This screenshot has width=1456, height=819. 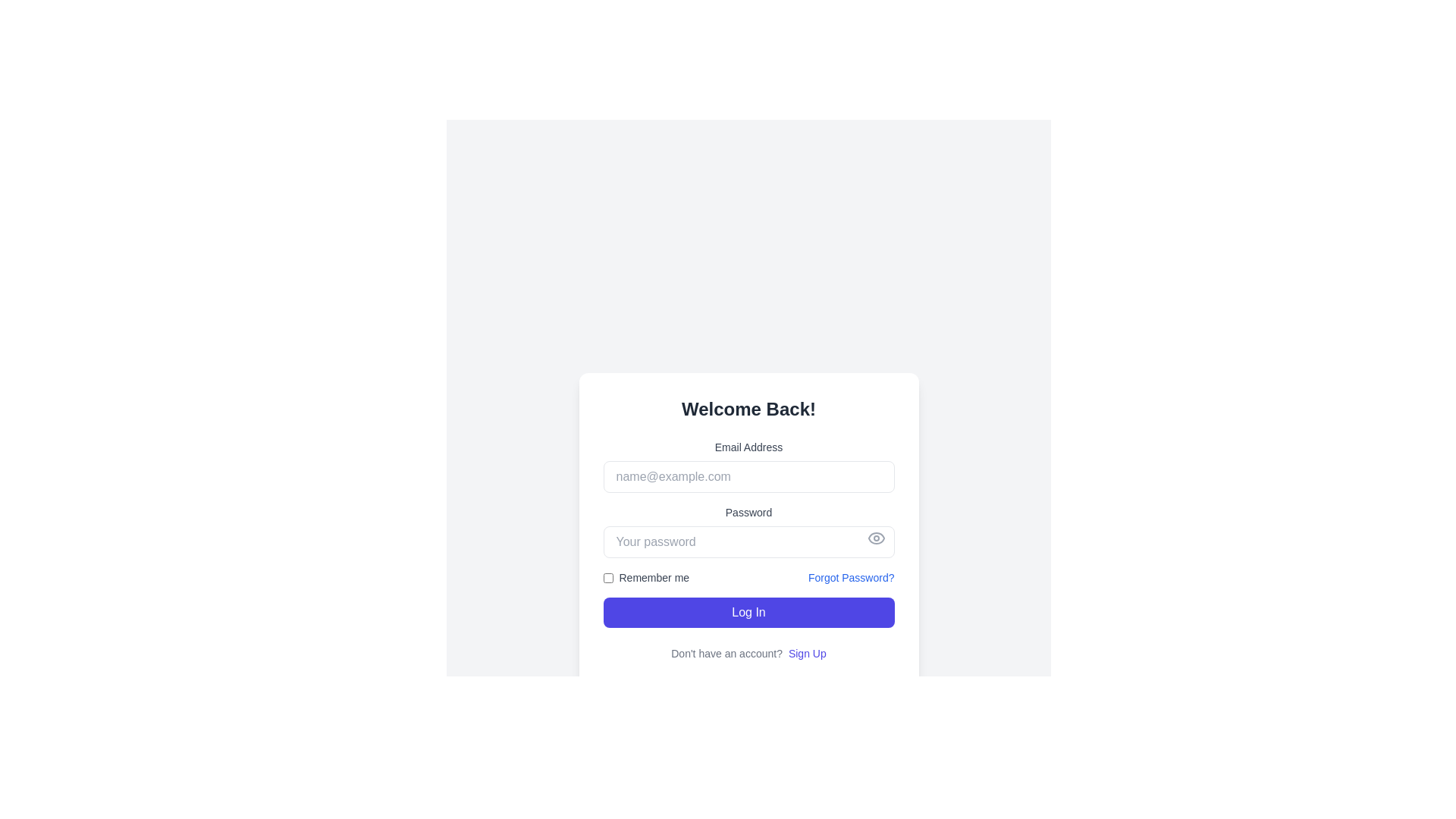 What do you see at coordinates (748, 447) in the screenshot?
I see `the 'Email Address' label, which is styled in gray (#707070) and positioned above the email input field` at bounding box center [748, 447].